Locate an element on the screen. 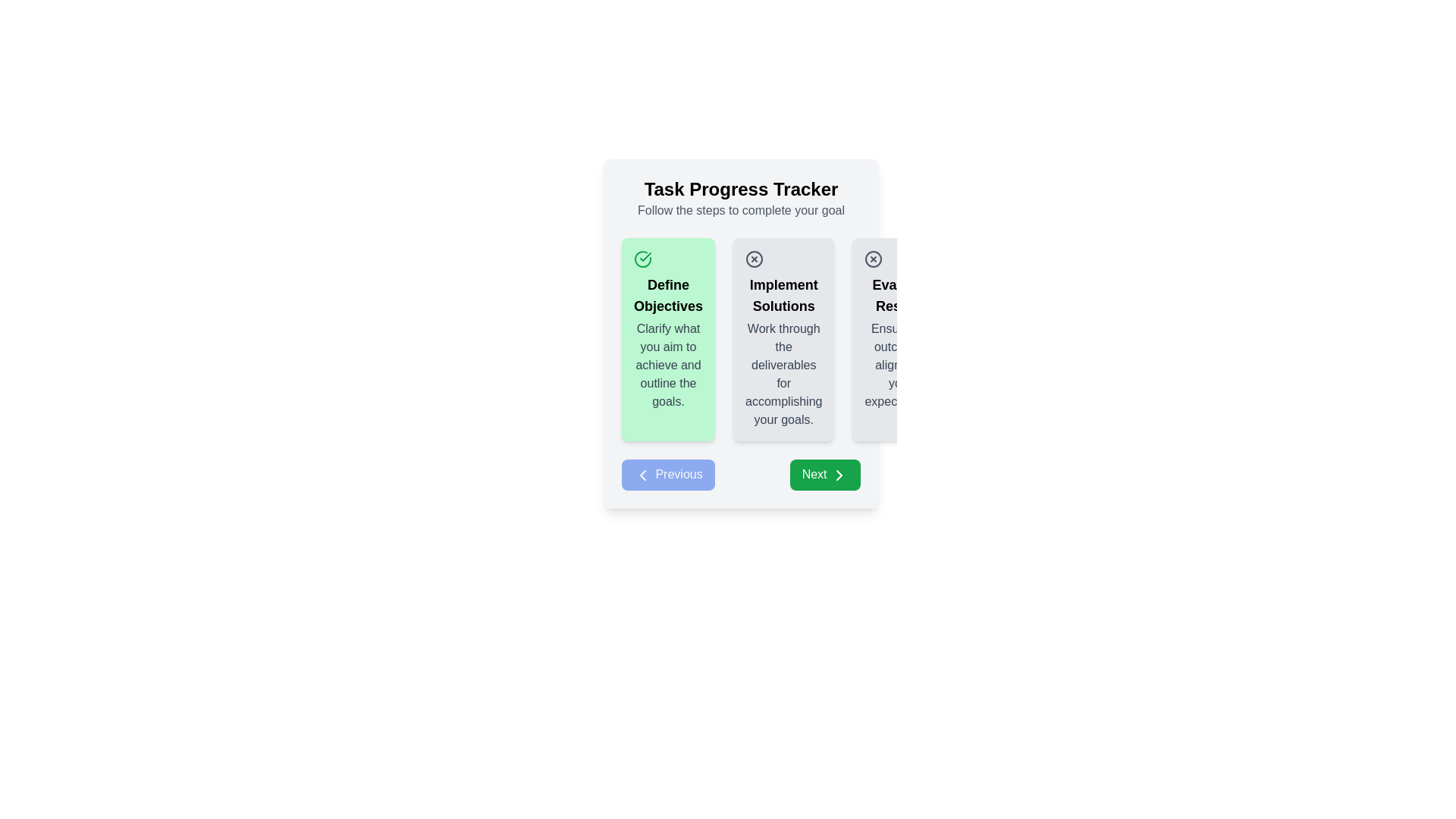 This screenshot has height=819, width=1456. the second step Card in the task progression process to trigger UI effects is located at coordinates (783, 338).